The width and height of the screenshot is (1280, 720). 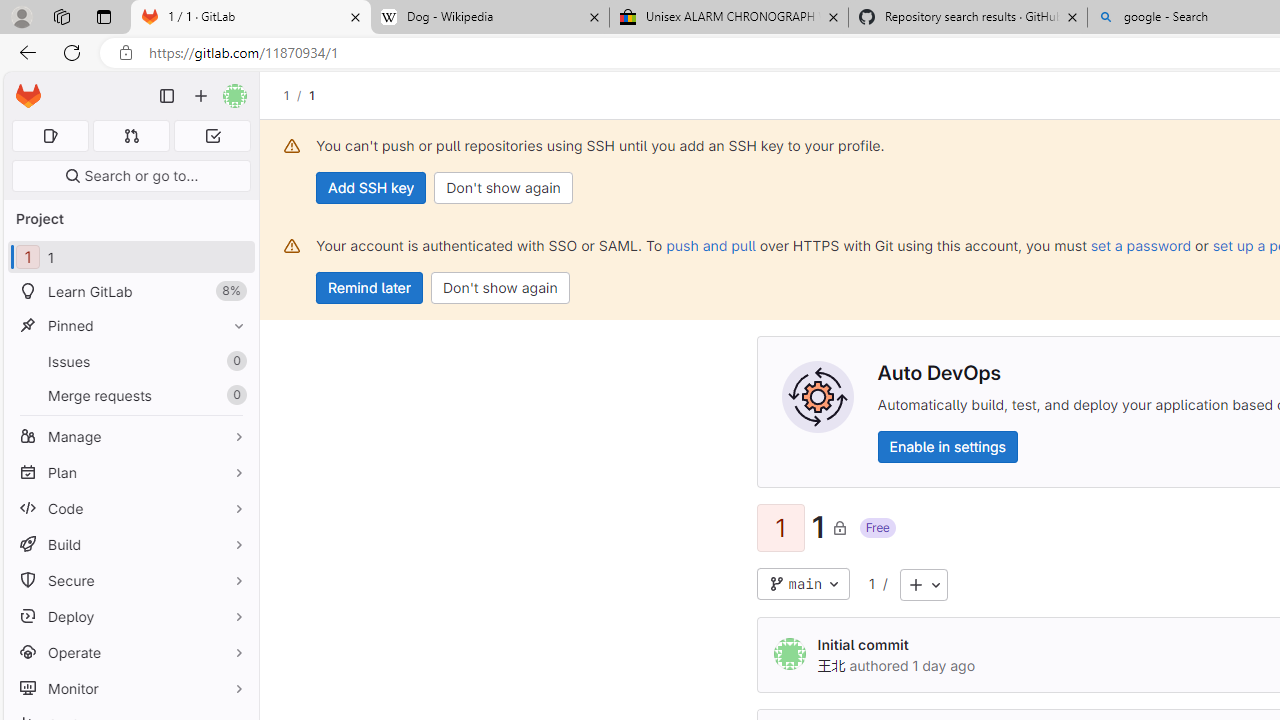 What do you see at coordinates (130, 687) in the screenshot?
I see `'Monitor'` at bounding box center [130, 687].